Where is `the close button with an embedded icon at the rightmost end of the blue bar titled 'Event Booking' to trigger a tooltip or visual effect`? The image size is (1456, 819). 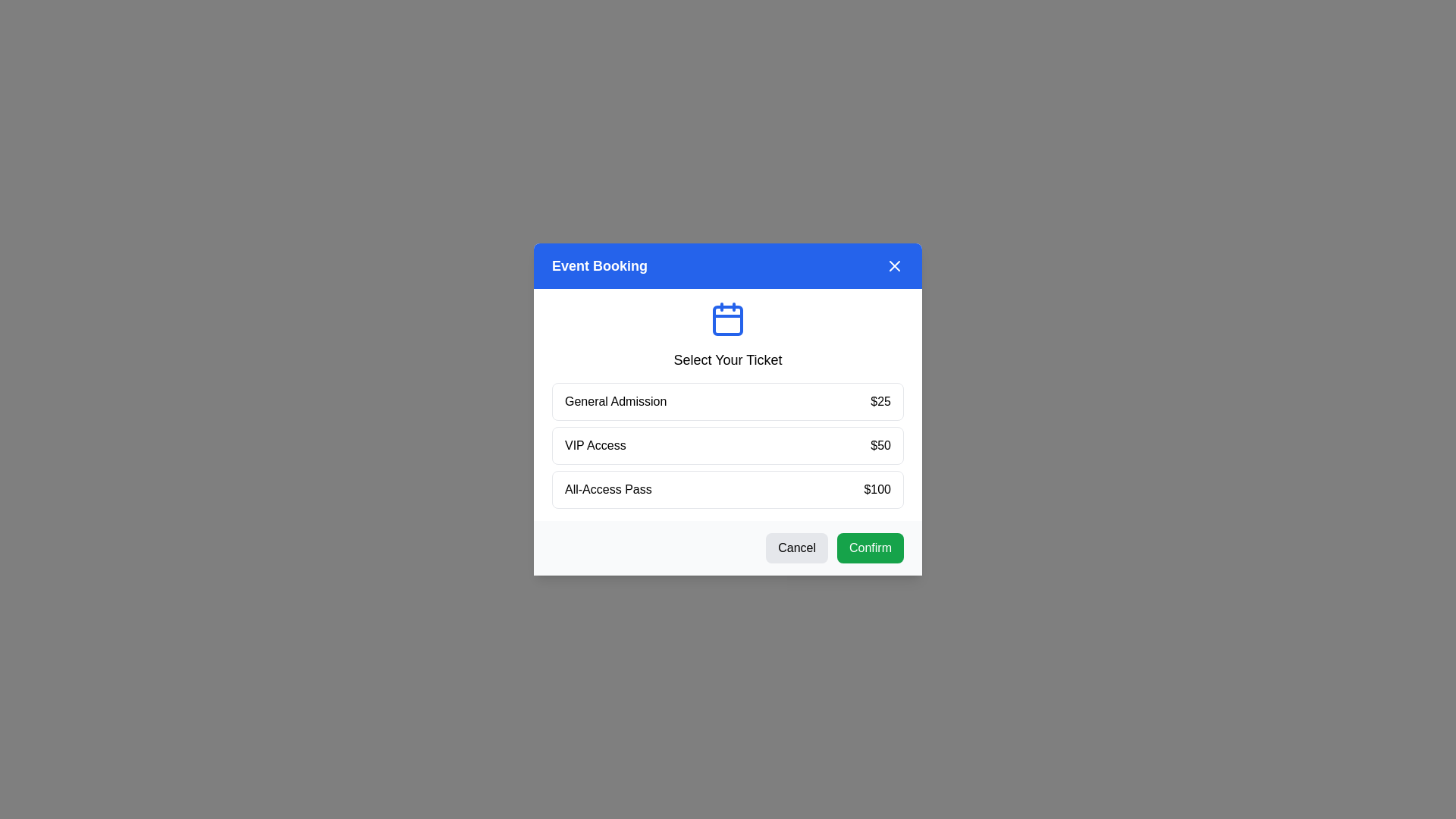 the close button with an embedded icon at the rightmost end of the blue bar titled 'Event Booking' to trigger a tooltip or visual effect is located at coordinates (895, 265).